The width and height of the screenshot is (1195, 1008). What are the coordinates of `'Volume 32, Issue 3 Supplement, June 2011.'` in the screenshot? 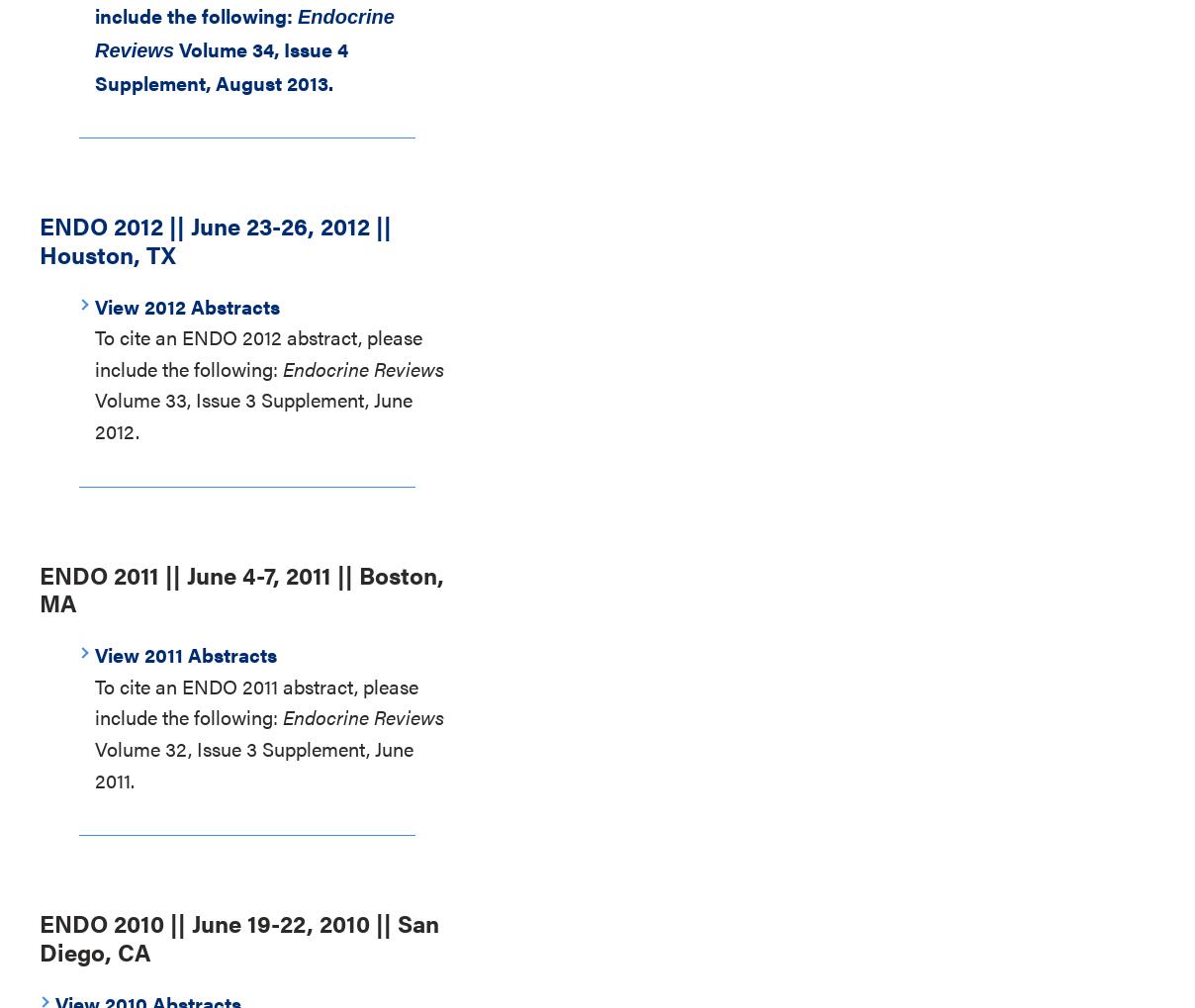 It's located at (253, 762).